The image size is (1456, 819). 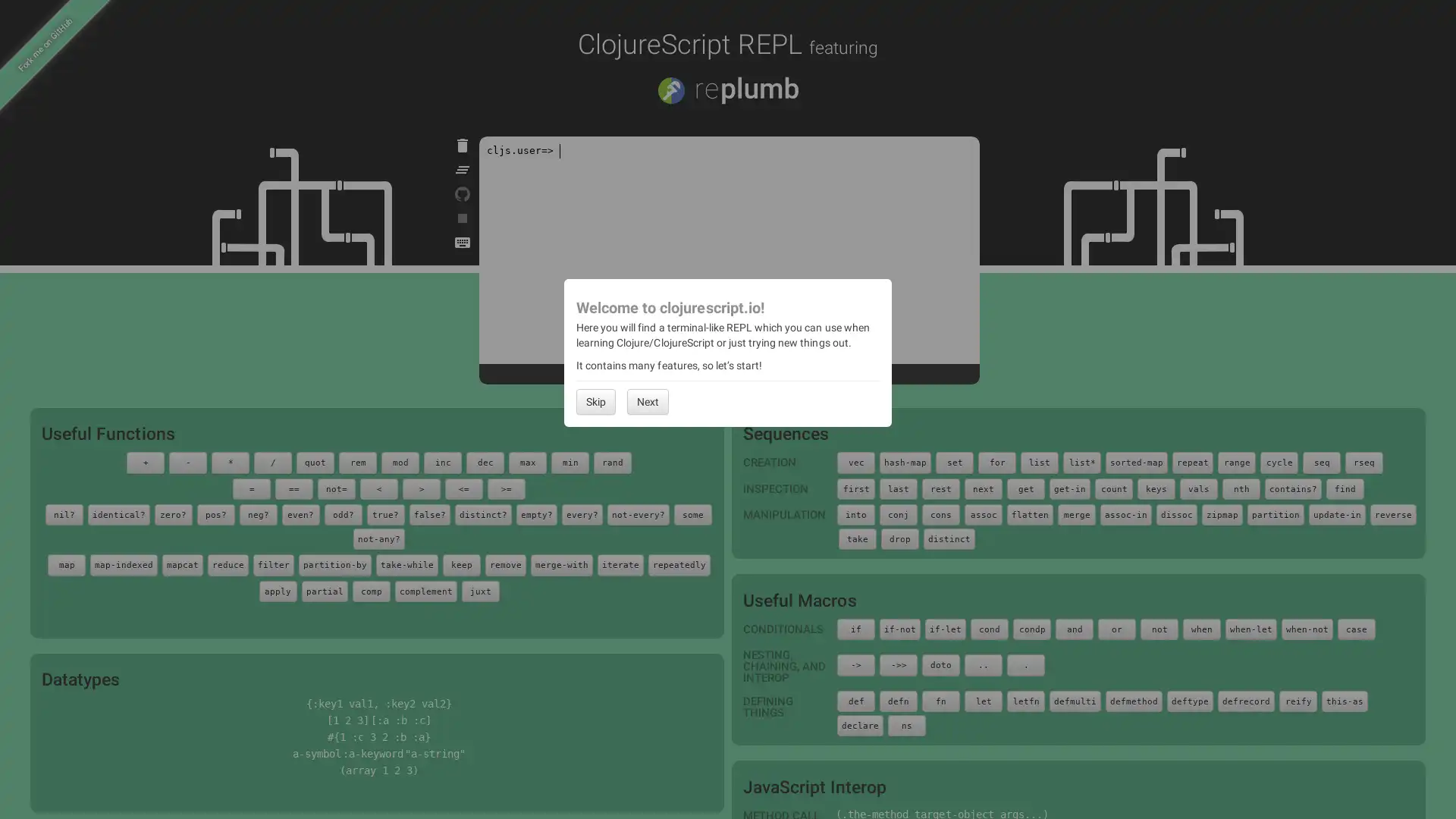 What do you see at coordinates (1298, 701) in the screenshot?
I see `reify` at bounding box center [1298, 701].